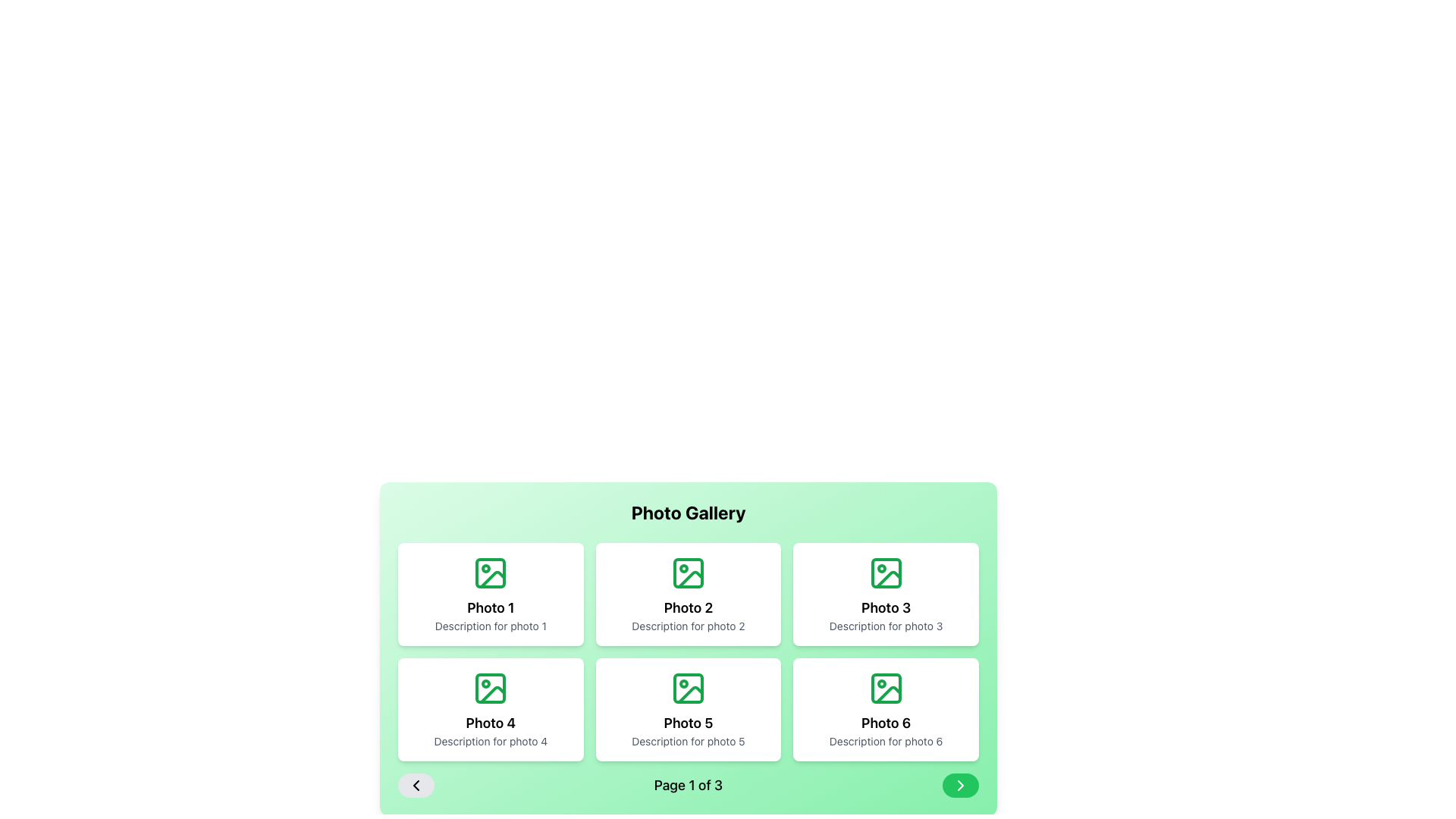  I want to click on the pagination navigation Icon button located at the bottom-right corner of the gallery section, so click(960, 785).